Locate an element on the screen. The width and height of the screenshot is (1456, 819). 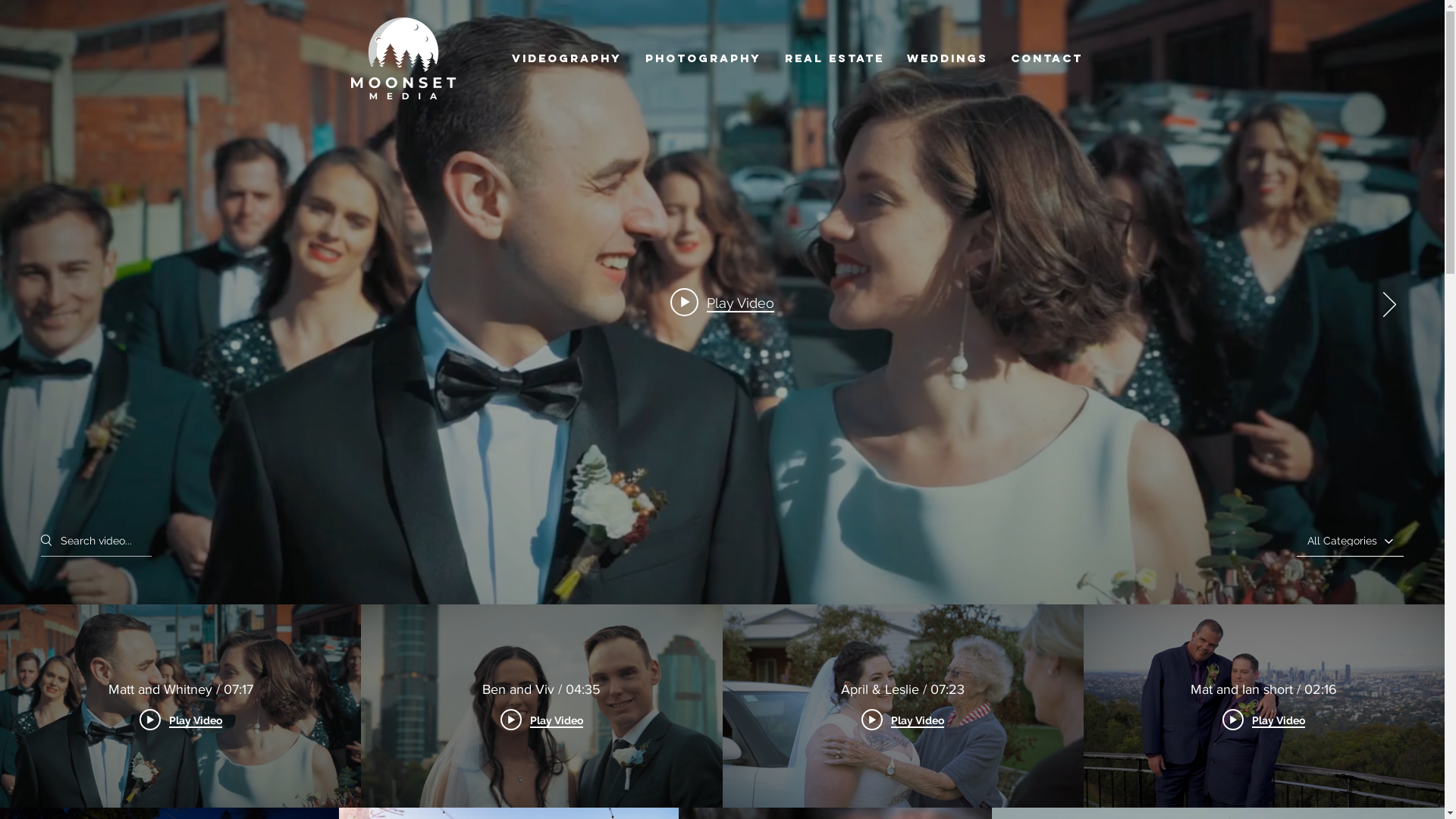
'Play Video' is located at coordinates (541, 718).